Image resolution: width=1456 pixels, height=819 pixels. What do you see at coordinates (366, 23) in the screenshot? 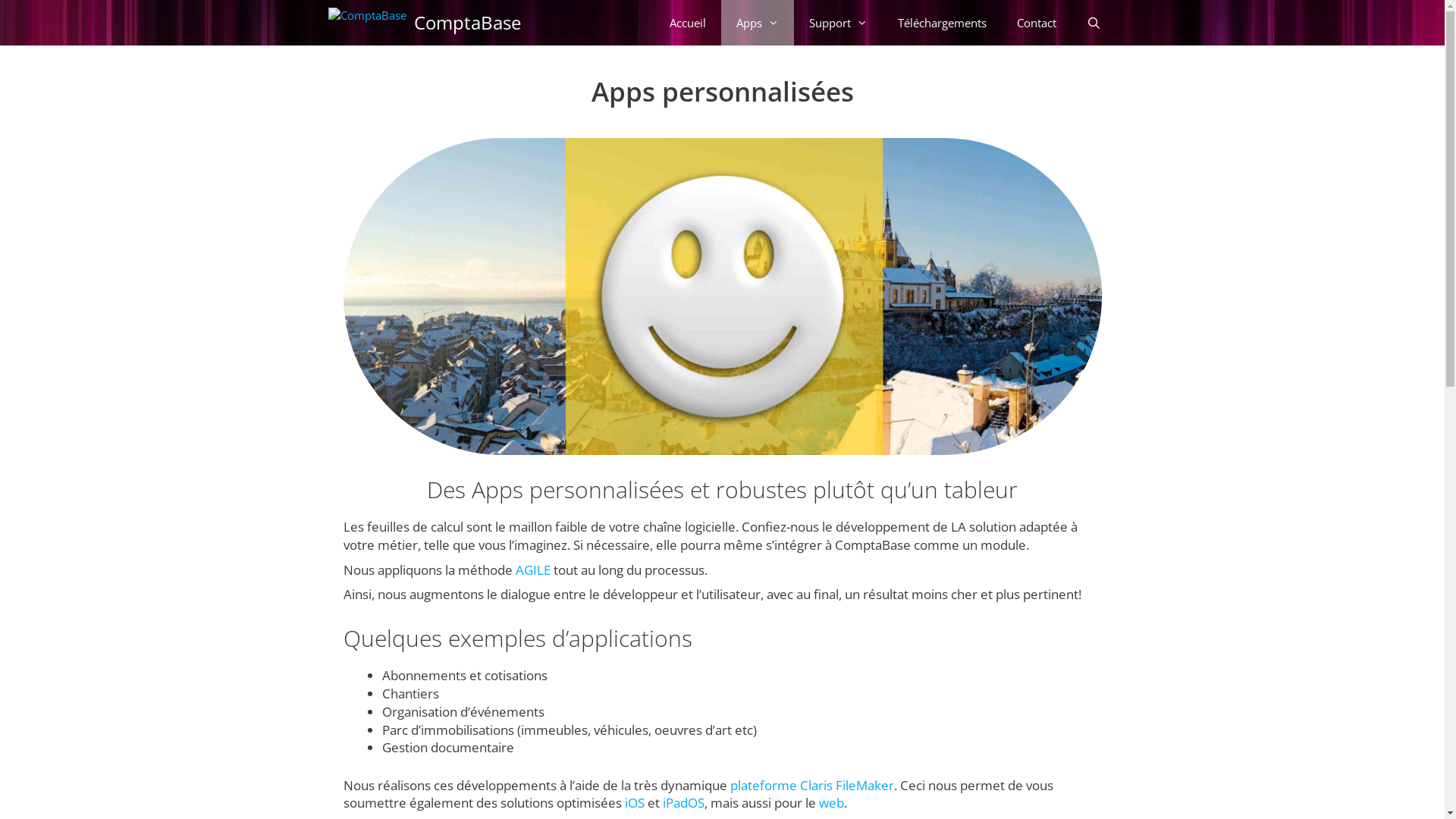
I see `'ComptaBase'` at bounding box center [366, 23].